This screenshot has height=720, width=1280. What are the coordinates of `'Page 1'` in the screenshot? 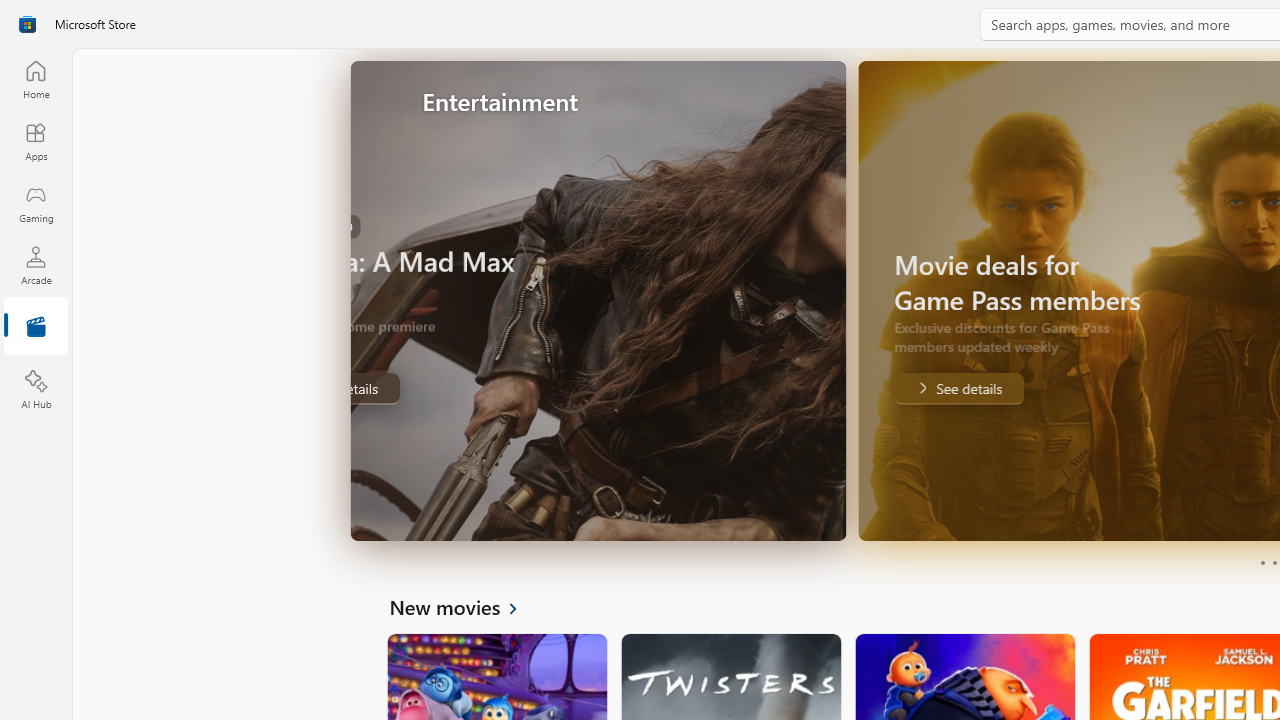 It's located at (1261, 563).